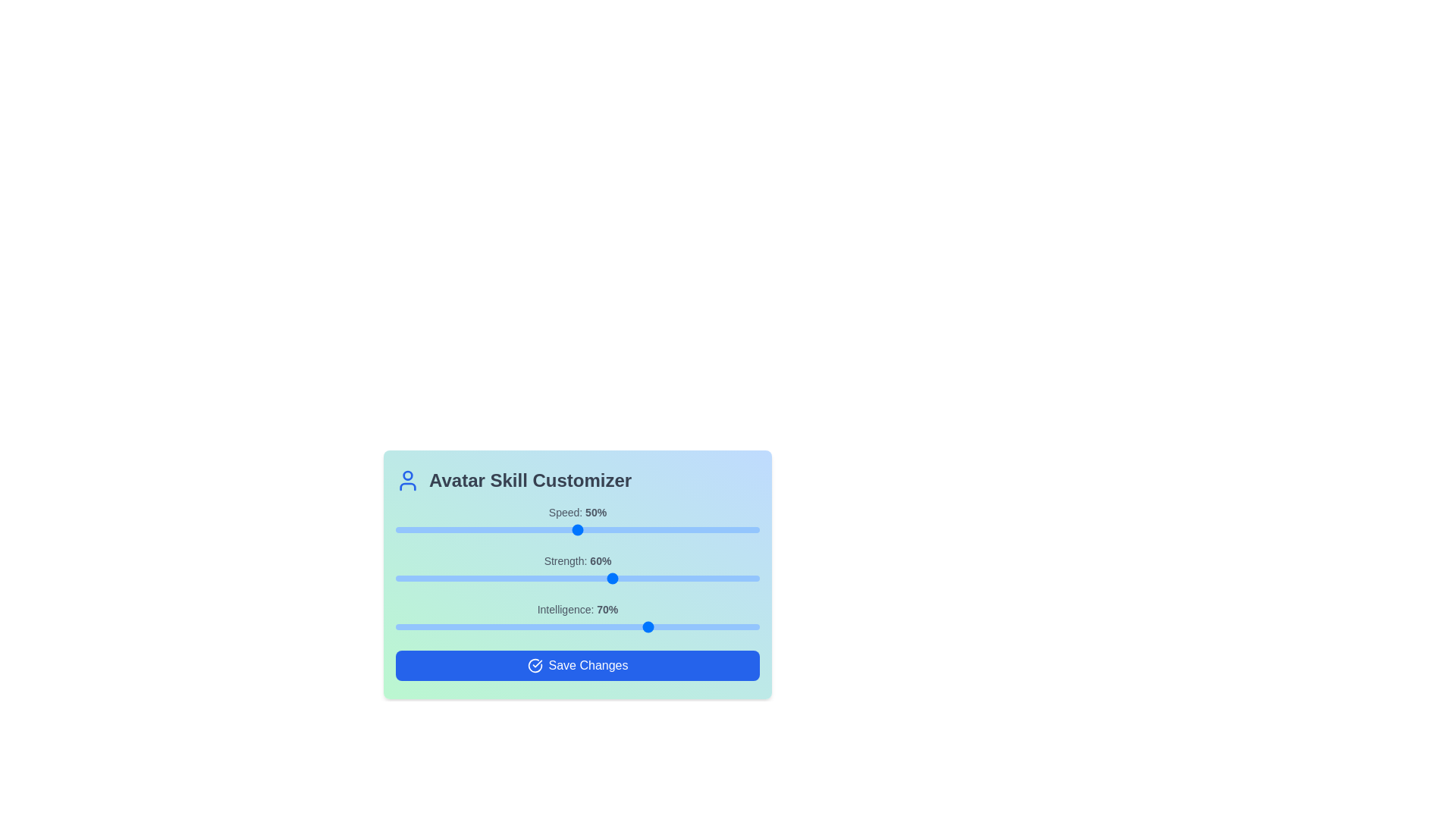 The height and width of the screenshot is (819, 1456). Describe the element at coordinates (693, 579) in the screenshot. I see `strength` at that location.